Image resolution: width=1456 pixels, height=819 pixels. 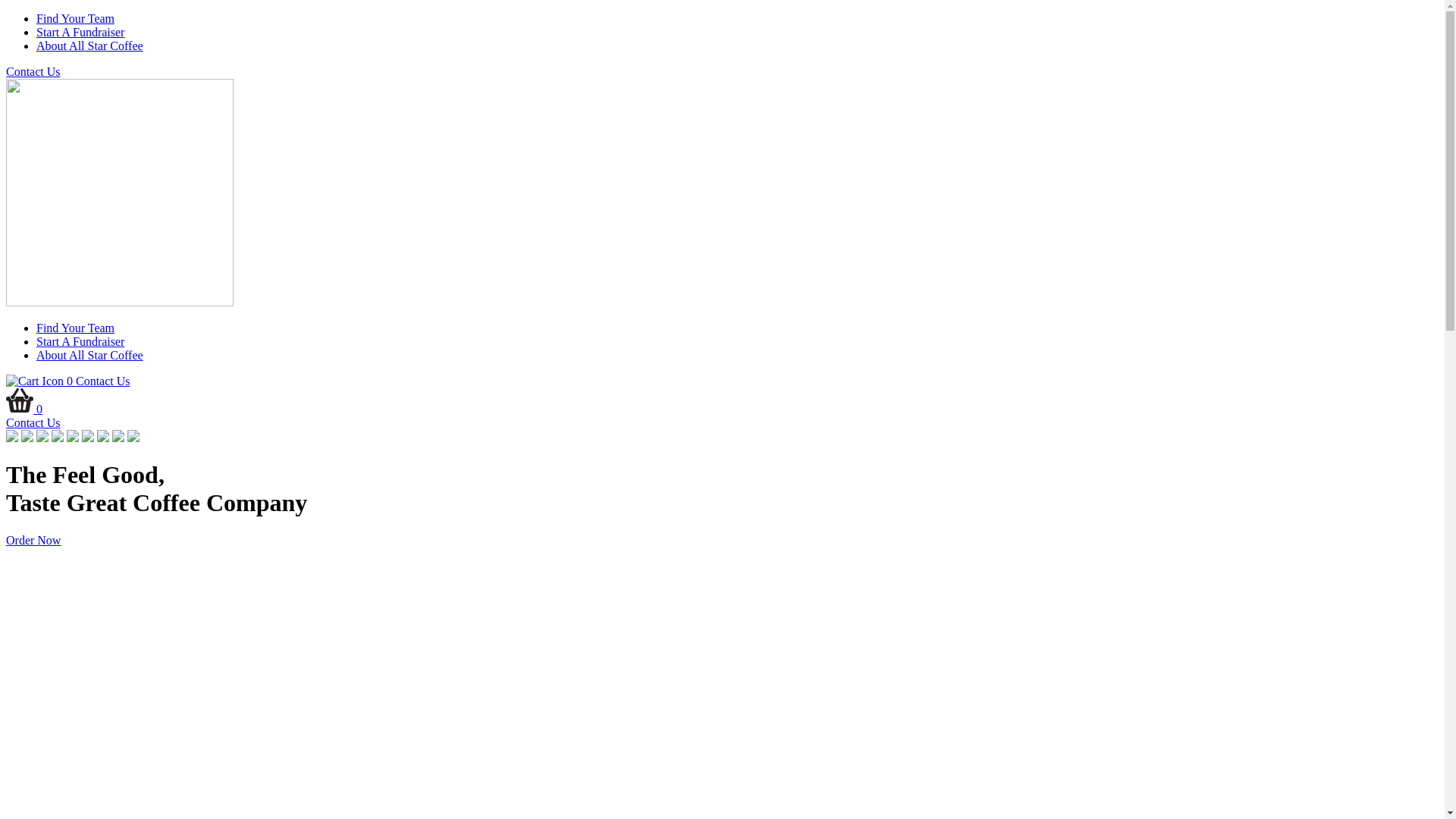 I want to click on 'About All Star Coffee', so click(x=89, y=355).